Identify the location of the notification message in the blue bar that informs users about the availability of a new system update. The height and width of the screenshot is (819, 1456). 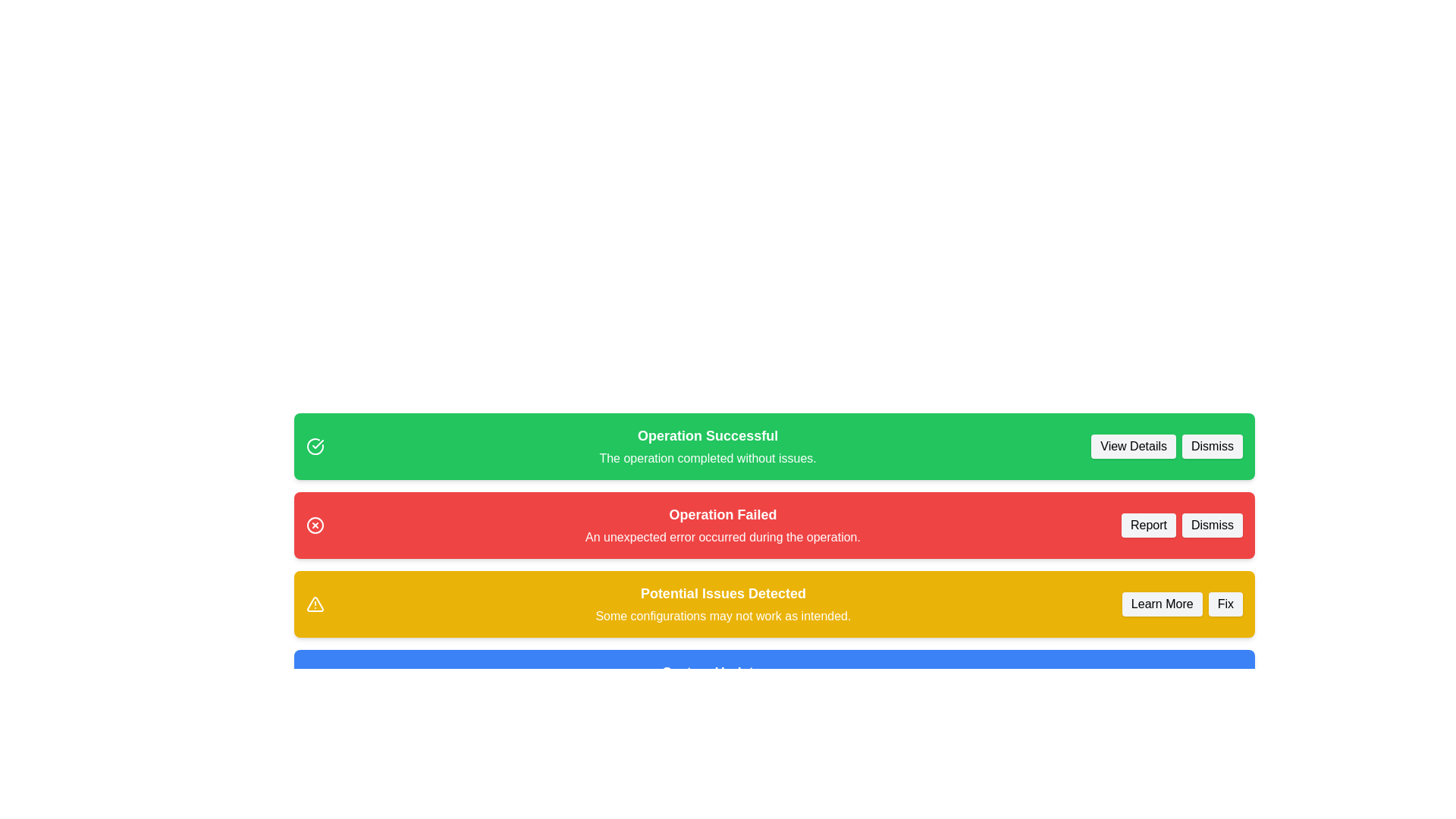
(711, 683).